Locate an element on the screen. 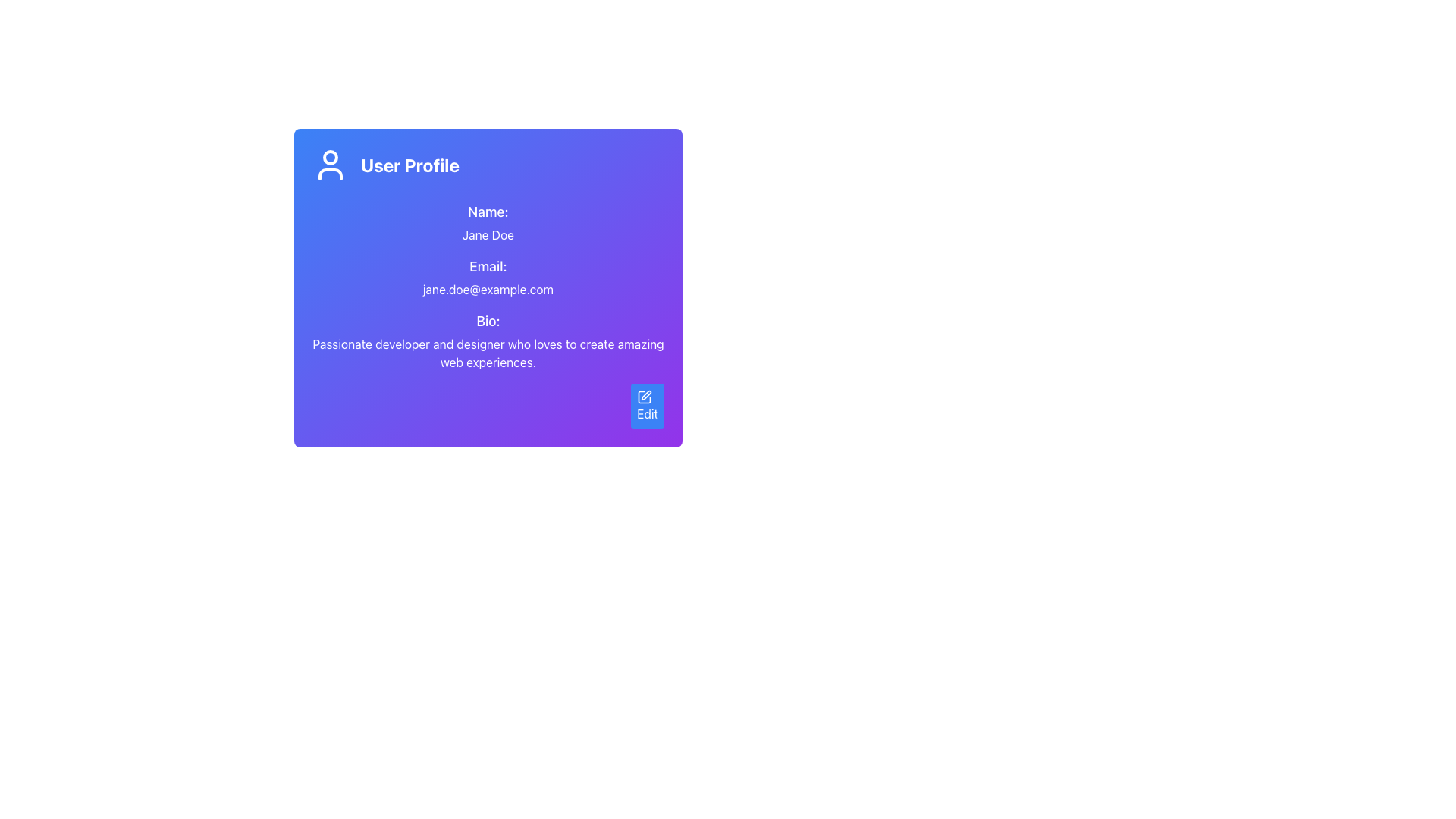 The image size is (1456, 819). the text display element that shows the user's name 'Jane Doe', which is marked with the label 'Name:' and is located in the middle section of the 'User Profile' card is located at coordinates (488, 222).